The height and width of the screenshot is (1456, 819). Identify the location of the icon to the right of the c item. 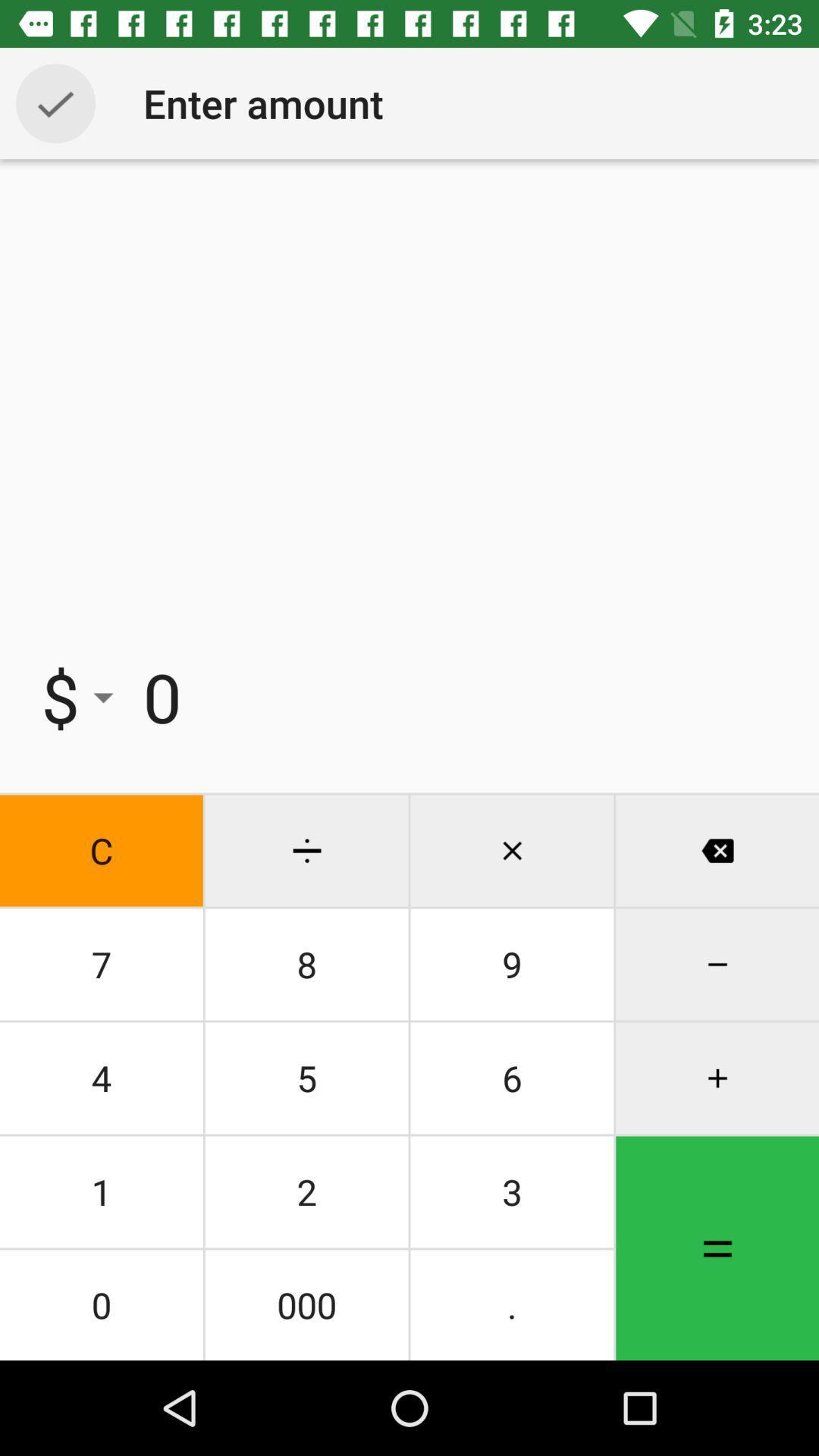
(306, 964).